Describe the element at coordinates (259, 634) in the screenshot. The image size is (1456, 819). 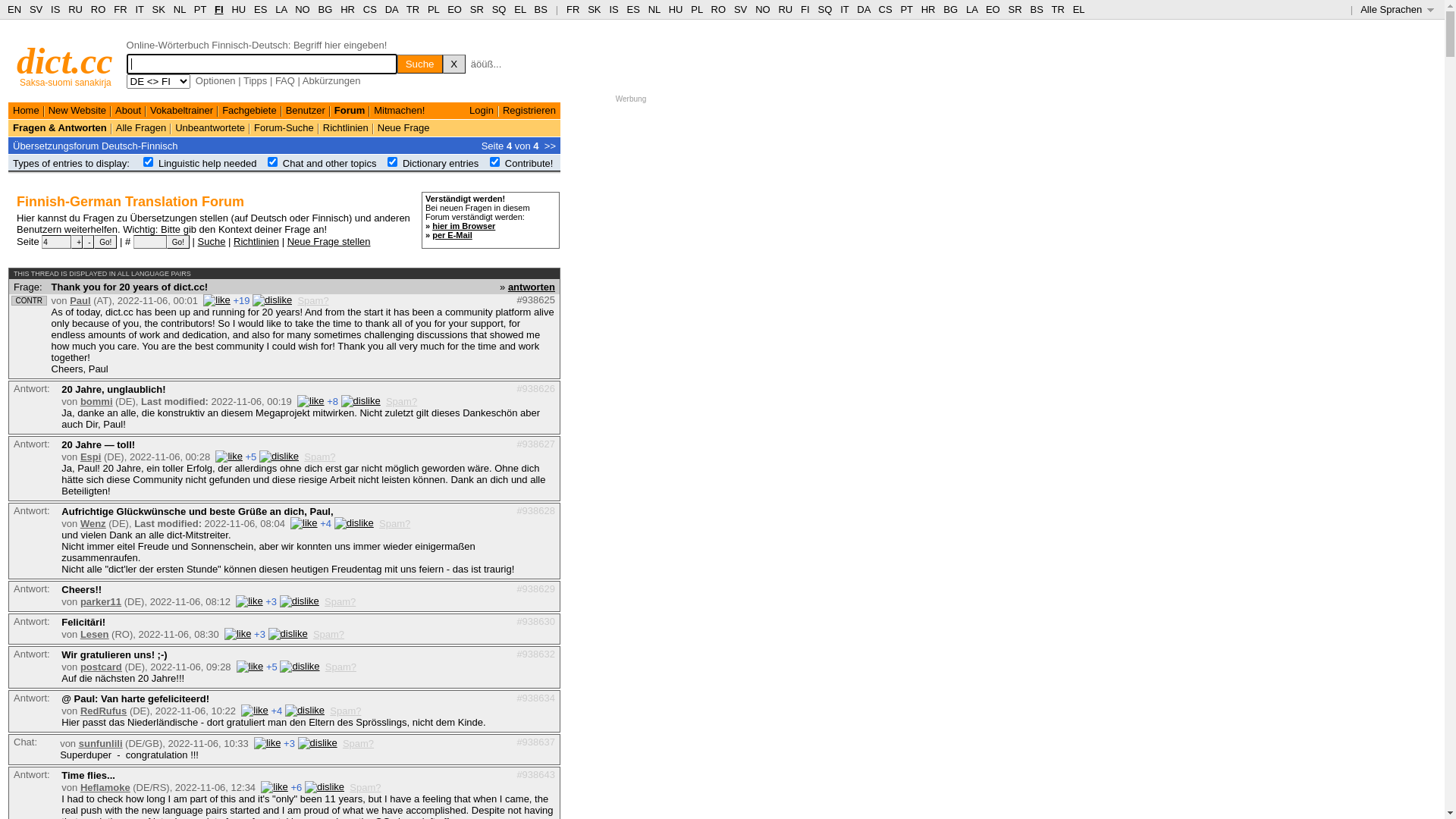
I see `'+3'` at that location.